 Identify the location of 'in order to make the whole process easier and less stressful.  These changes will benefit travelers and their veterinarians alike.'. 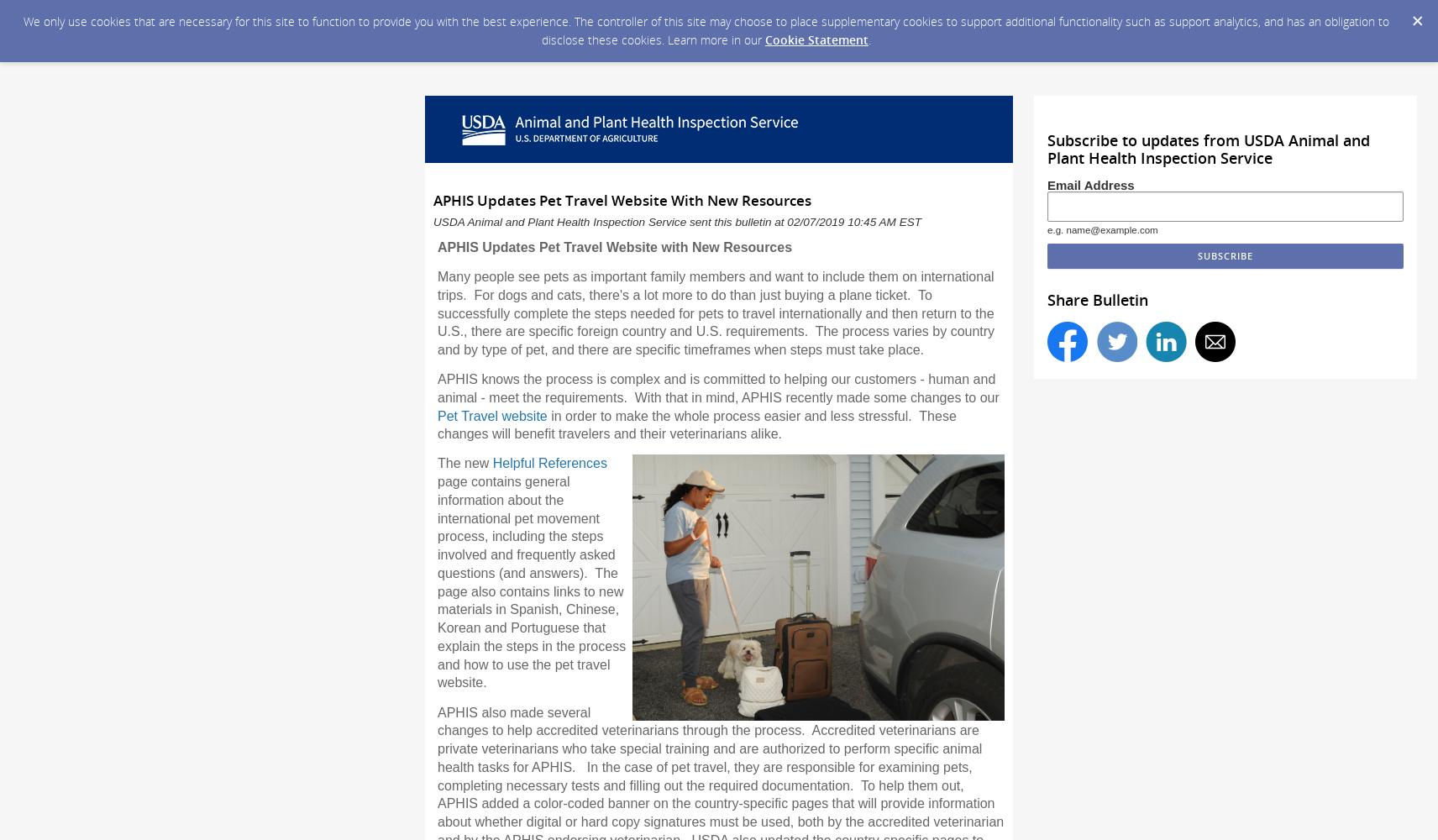
(696, 424).